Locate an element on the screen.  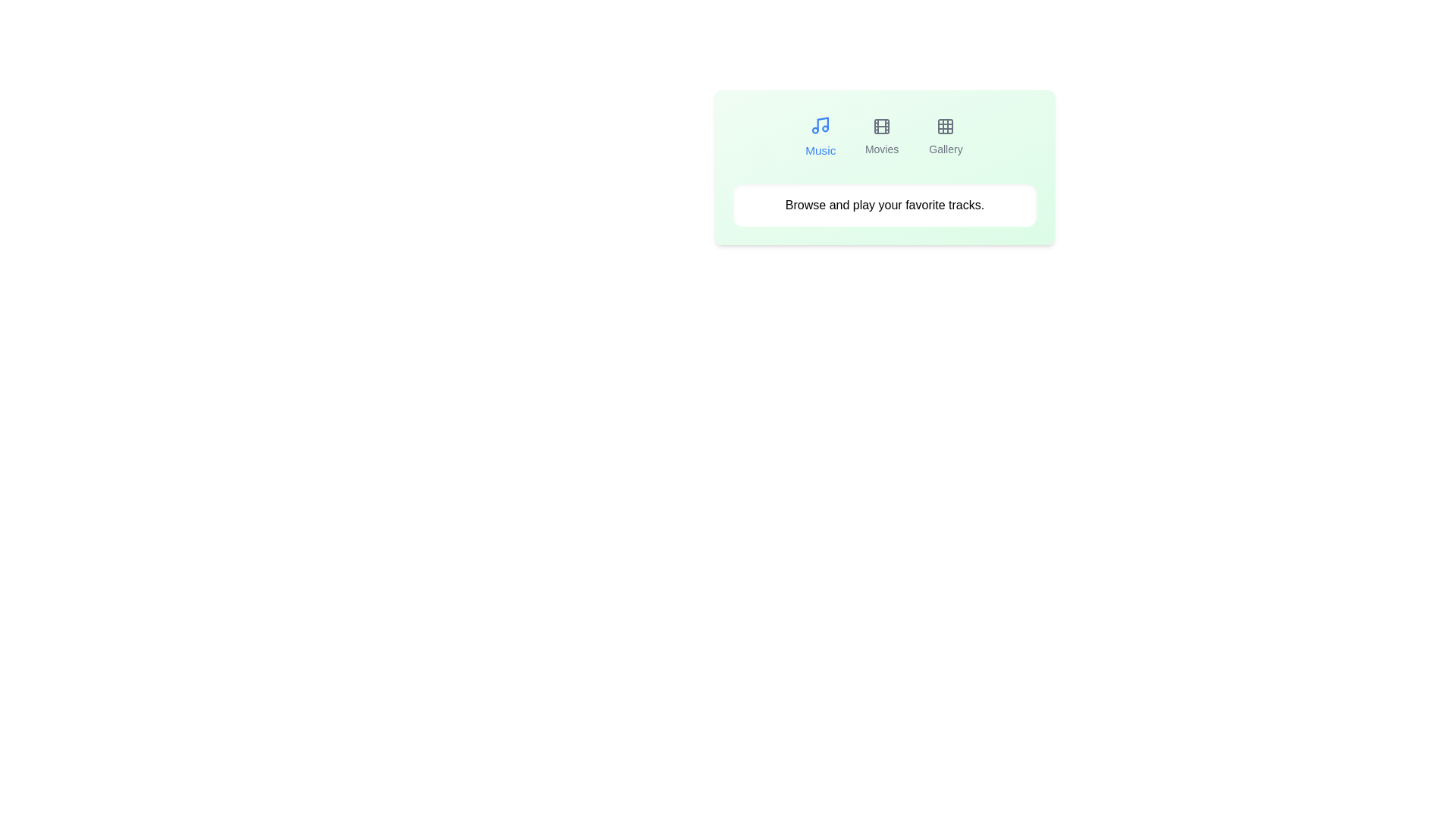
the Music tab to view its content is located at coordinates (819, 137).